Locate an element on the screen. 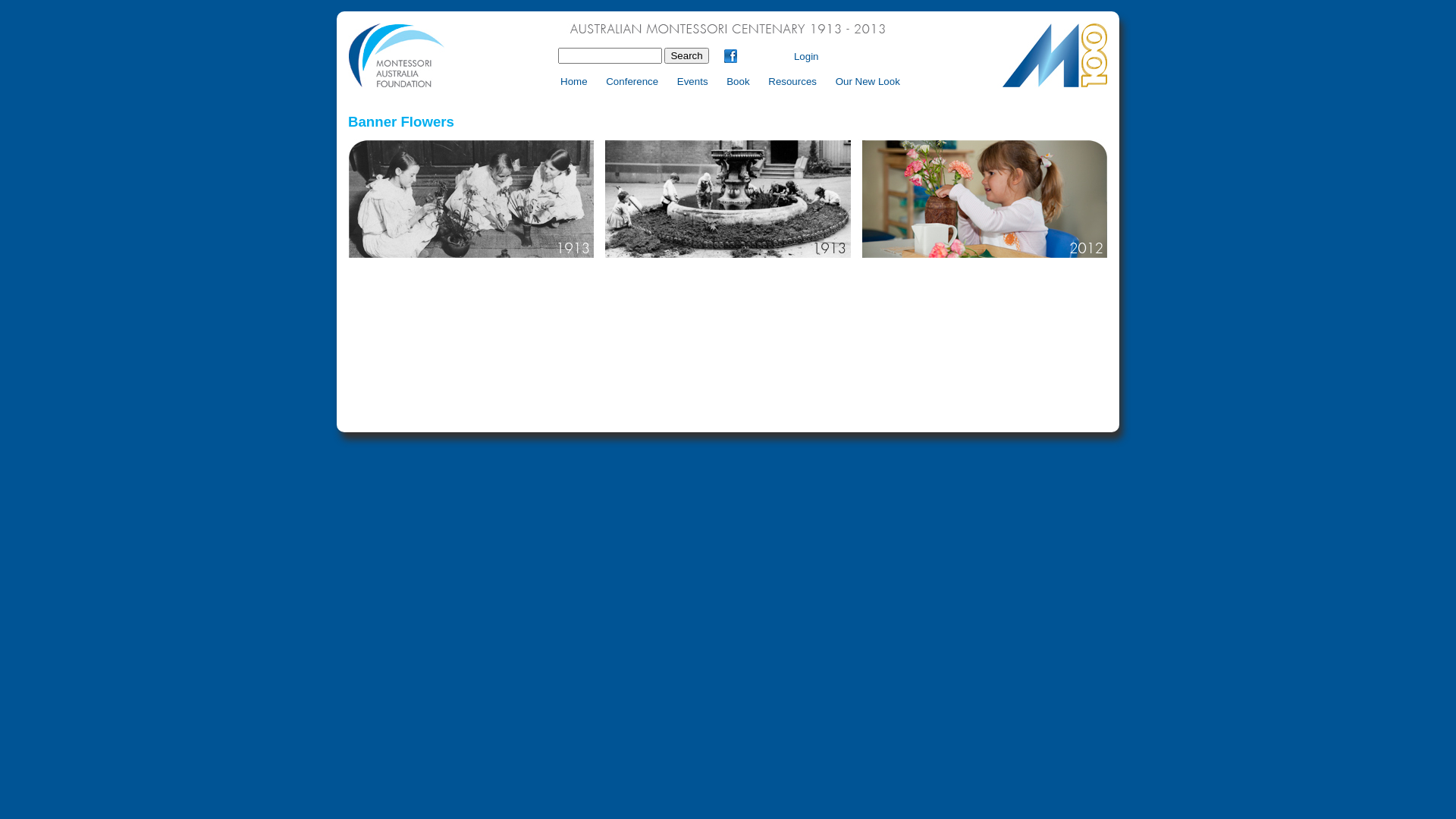  'Resources' is located at coordinates (790, 81).